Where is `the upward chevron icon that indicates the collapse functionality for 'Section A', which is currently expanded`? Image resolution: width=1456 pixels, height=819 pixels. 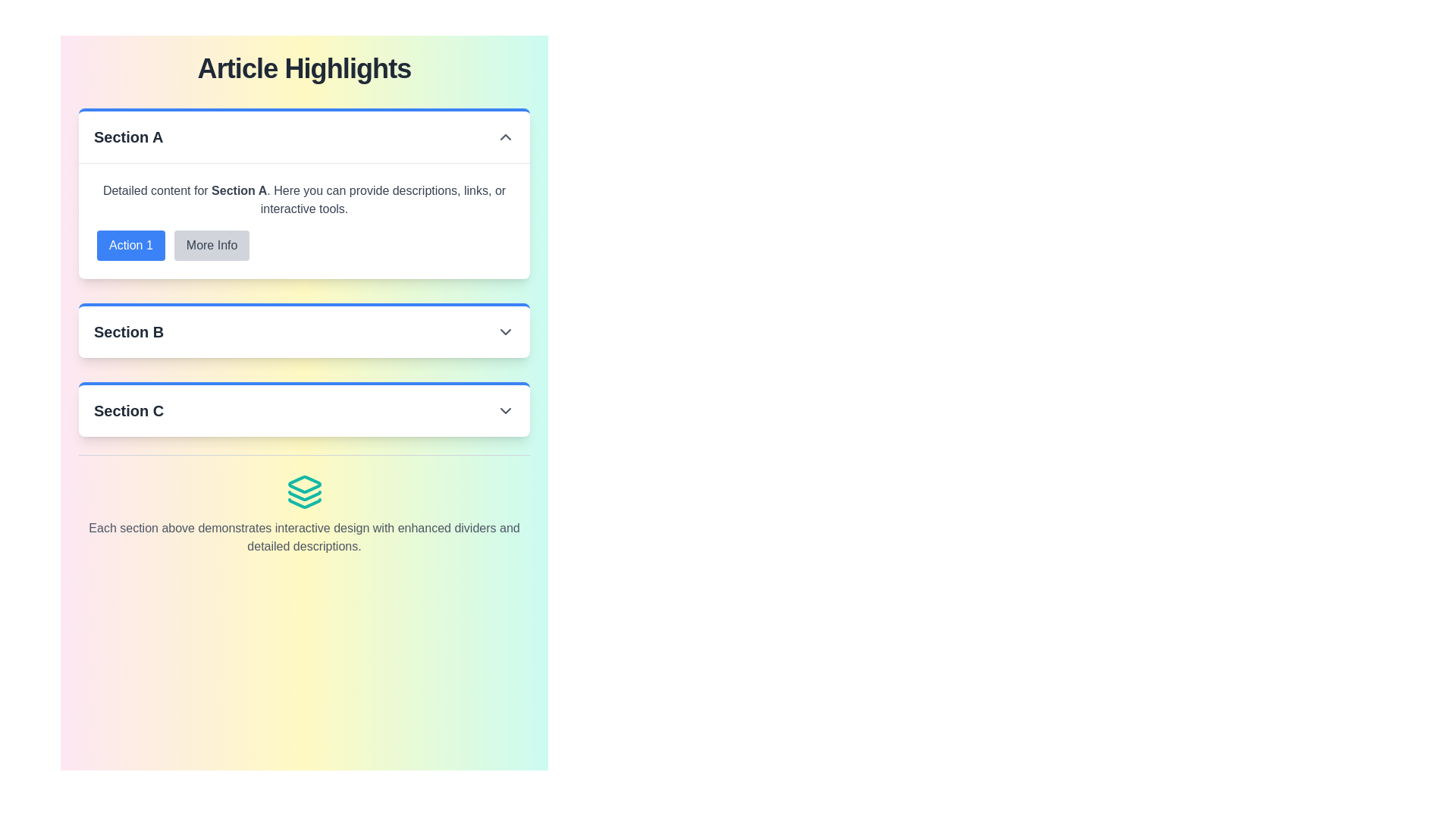
the upward chevron icon that indicates the collapse functionality for 'Section A', which is currently expanded is located at coordinates (506, 137).